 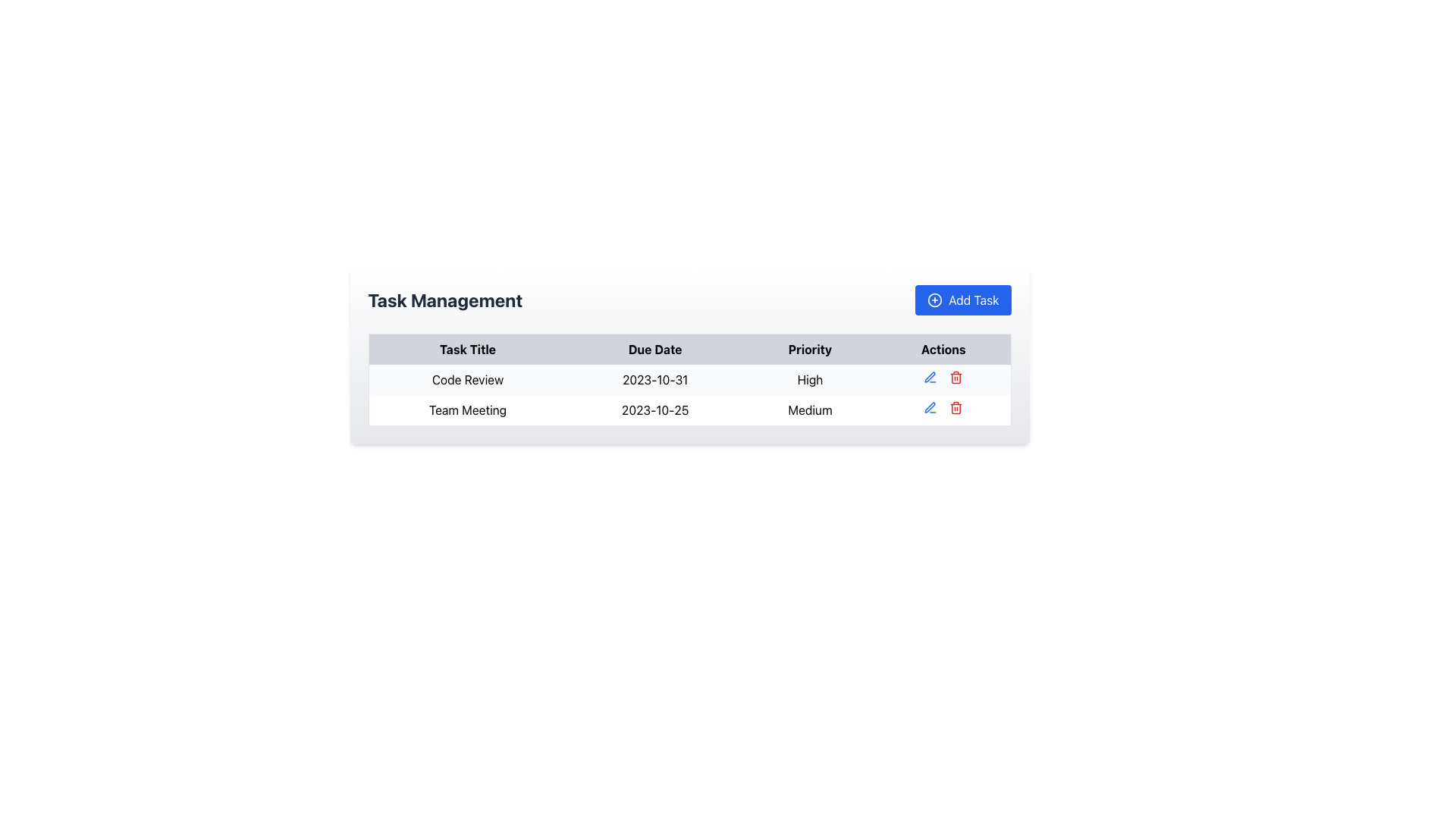 I want to click on the 'Medium' text label located in the 'Priority' column of the second row in the 'Task Management' table, which is centrally aligned and styled in a clean, black font, so click(x=809, y=410).